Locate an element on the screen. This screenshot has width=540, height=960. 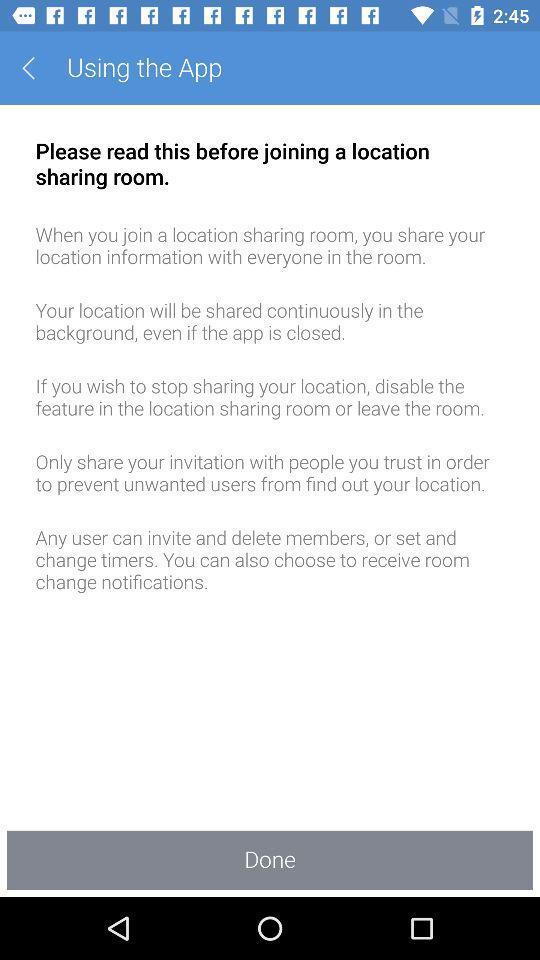
the item to the left of the using the app app is located at coordinates (35, 68).